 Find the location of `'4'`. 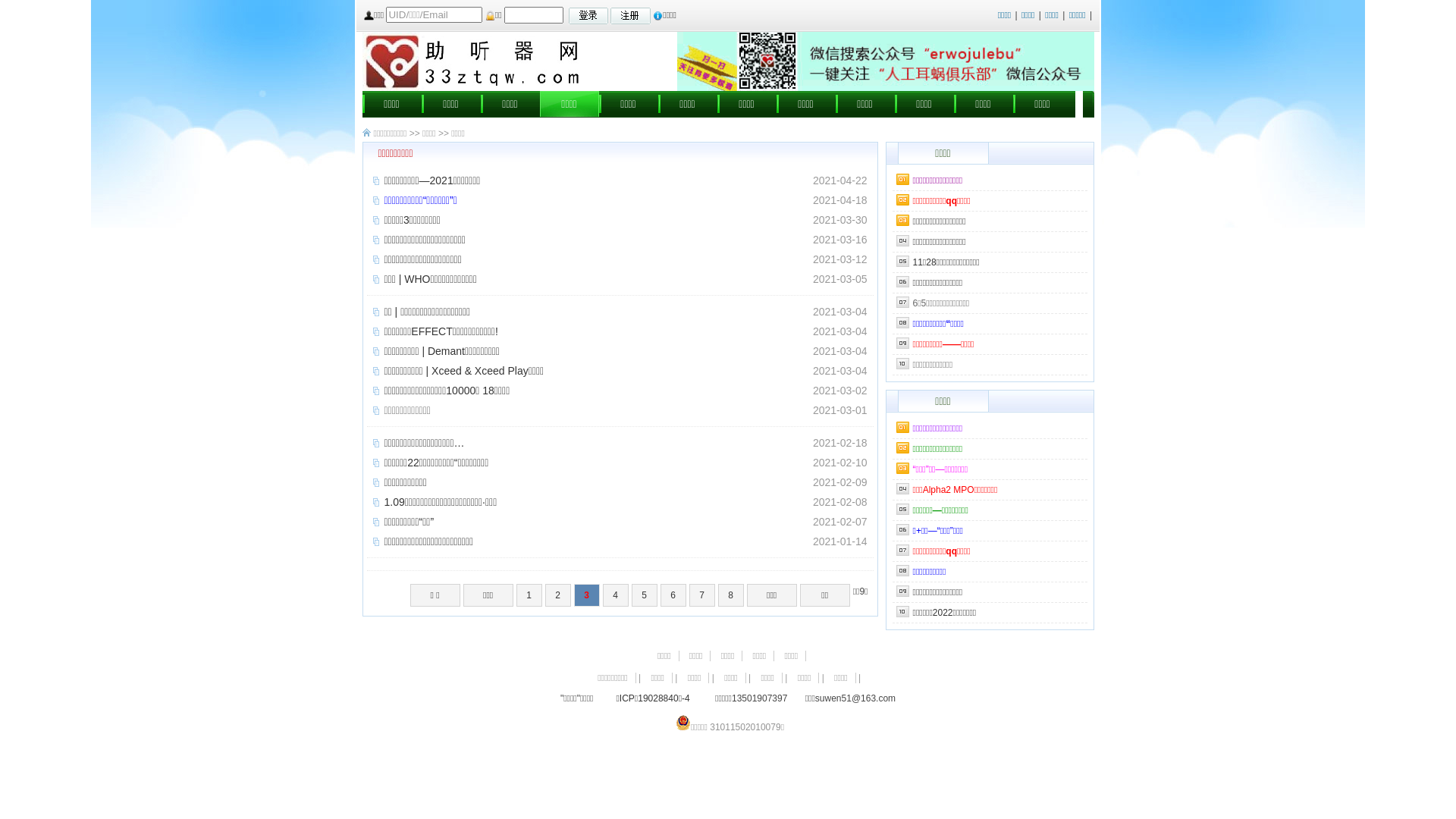

'4' is located at coordinates (615, 595).